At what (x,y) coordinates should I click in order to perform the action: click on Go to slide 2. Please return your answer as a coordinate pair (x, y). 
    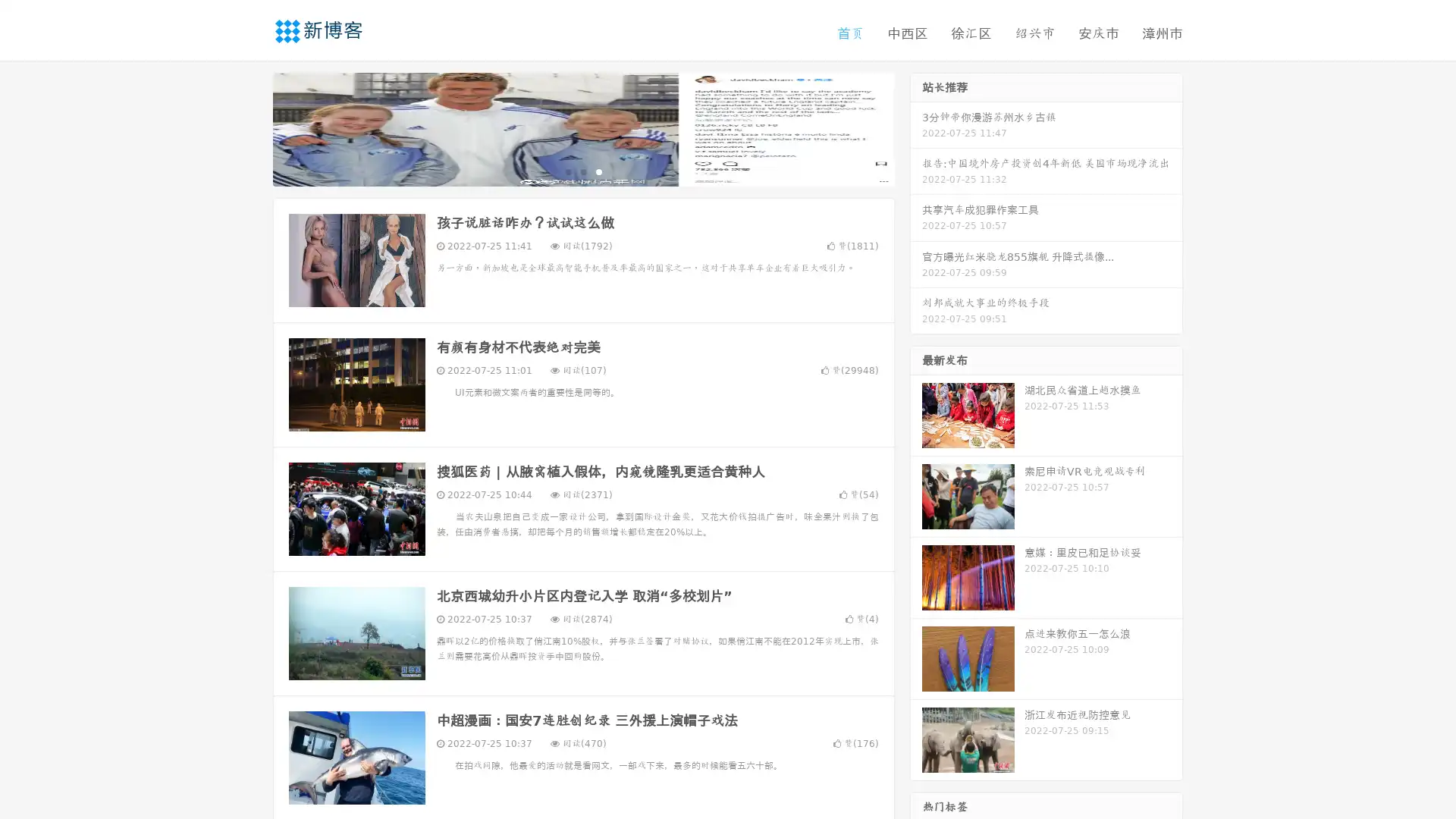
    Looking at the image, I should click on (582, 171).